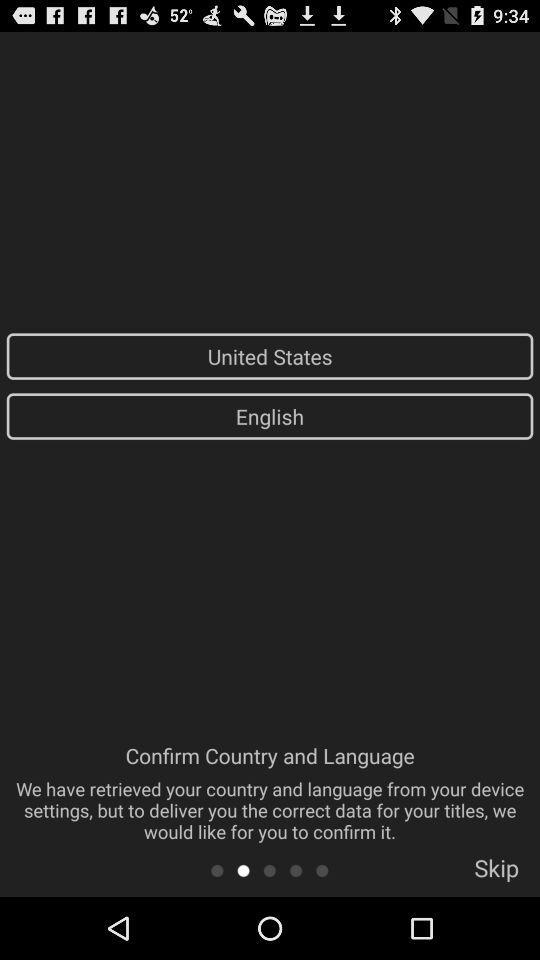 The width and height of the screenshot is (540, 960). I want to click on first page, so click(216, 869).